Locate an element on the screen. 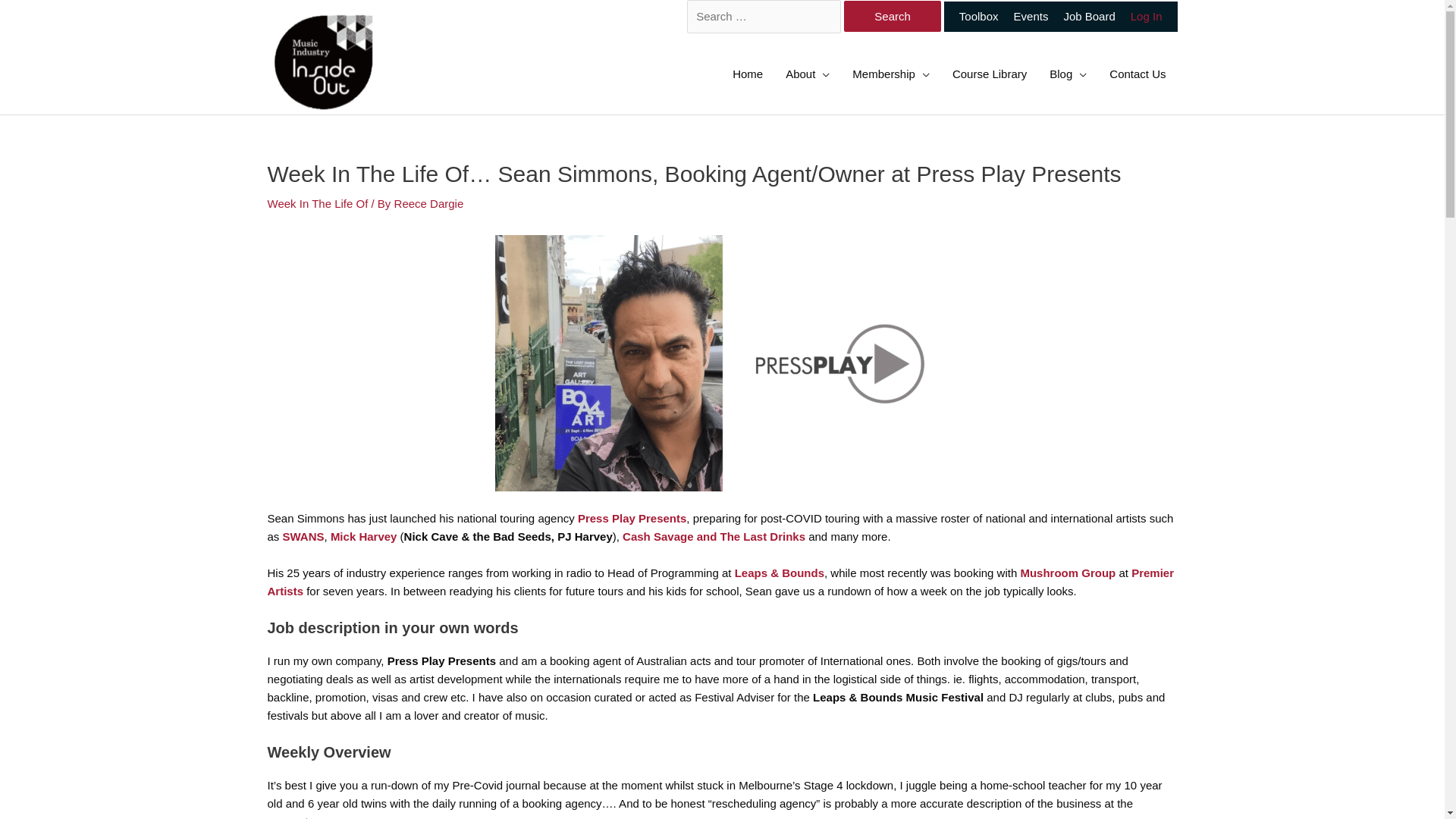 This screenshot has width=1456, height=819. 'Events' is located at coordinates (1031, 17).